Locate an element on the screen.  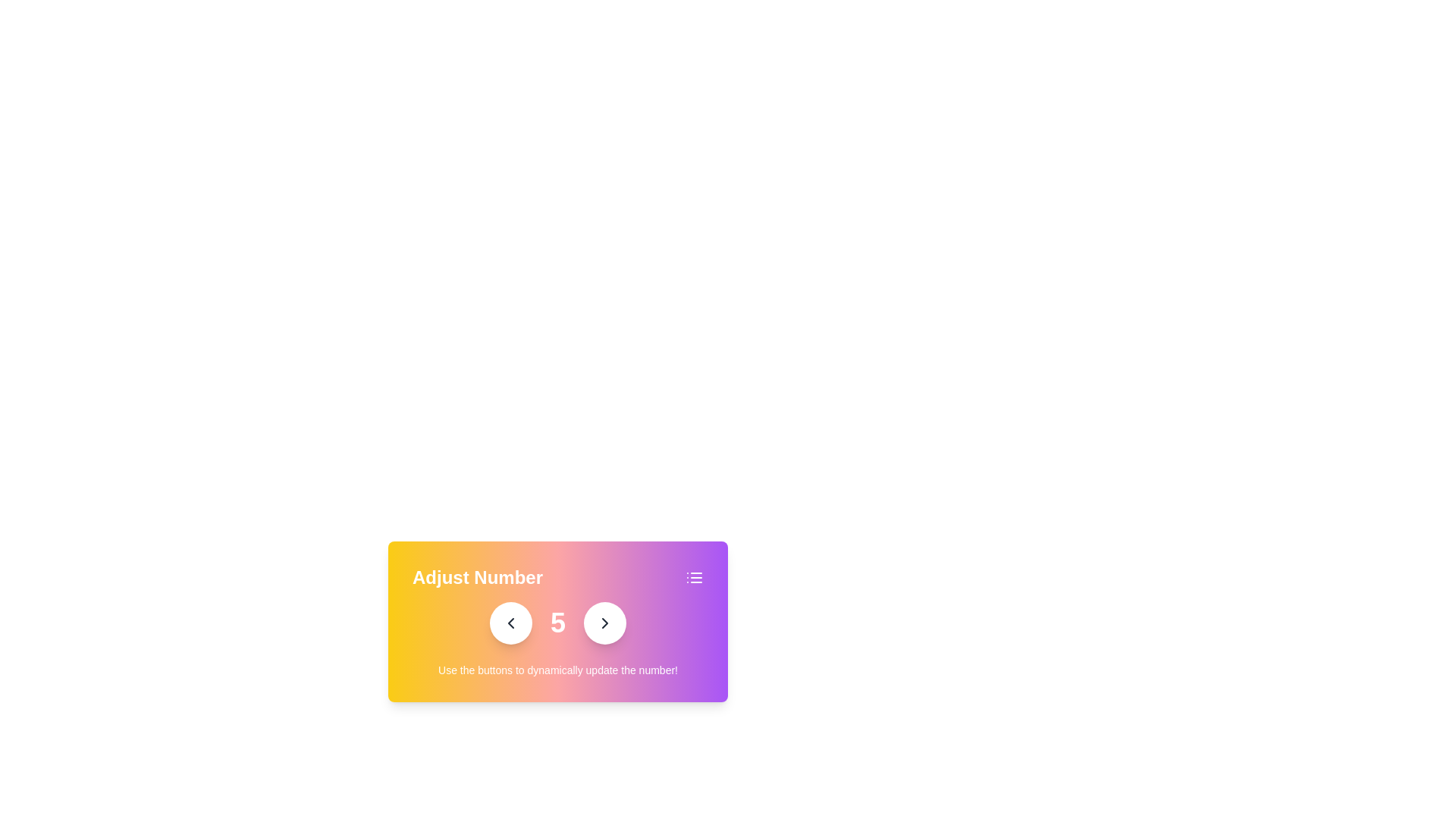
the static text label that displays 'Adjust Number', styled in bold and large white font against a yellow to pink background is located at coordinates (476, 578).